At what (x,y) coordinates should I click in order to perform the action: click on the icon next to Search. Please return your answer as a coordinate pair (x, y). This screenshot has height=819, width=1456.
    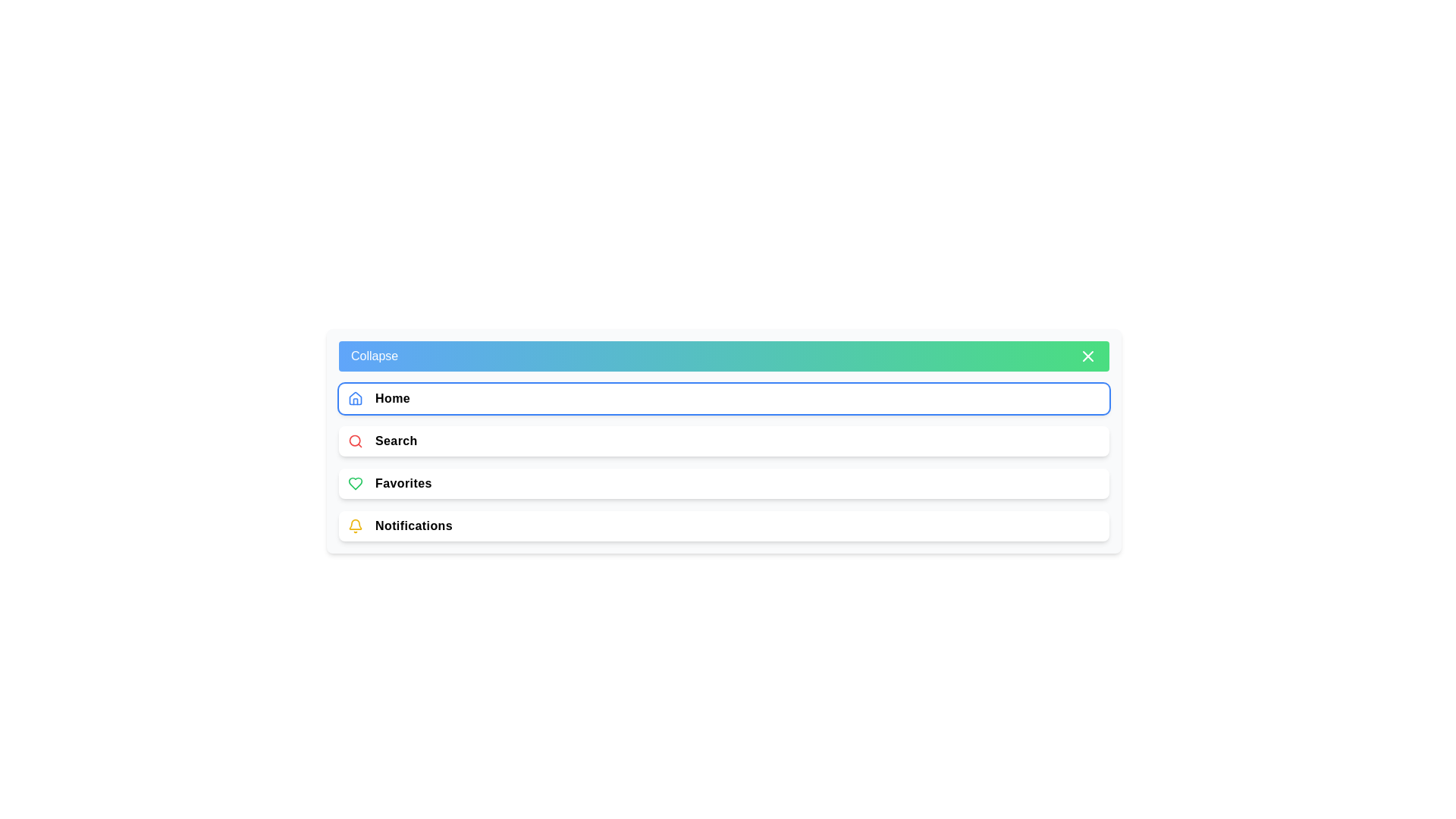
    Looking at the image, I should click on (355, 441).